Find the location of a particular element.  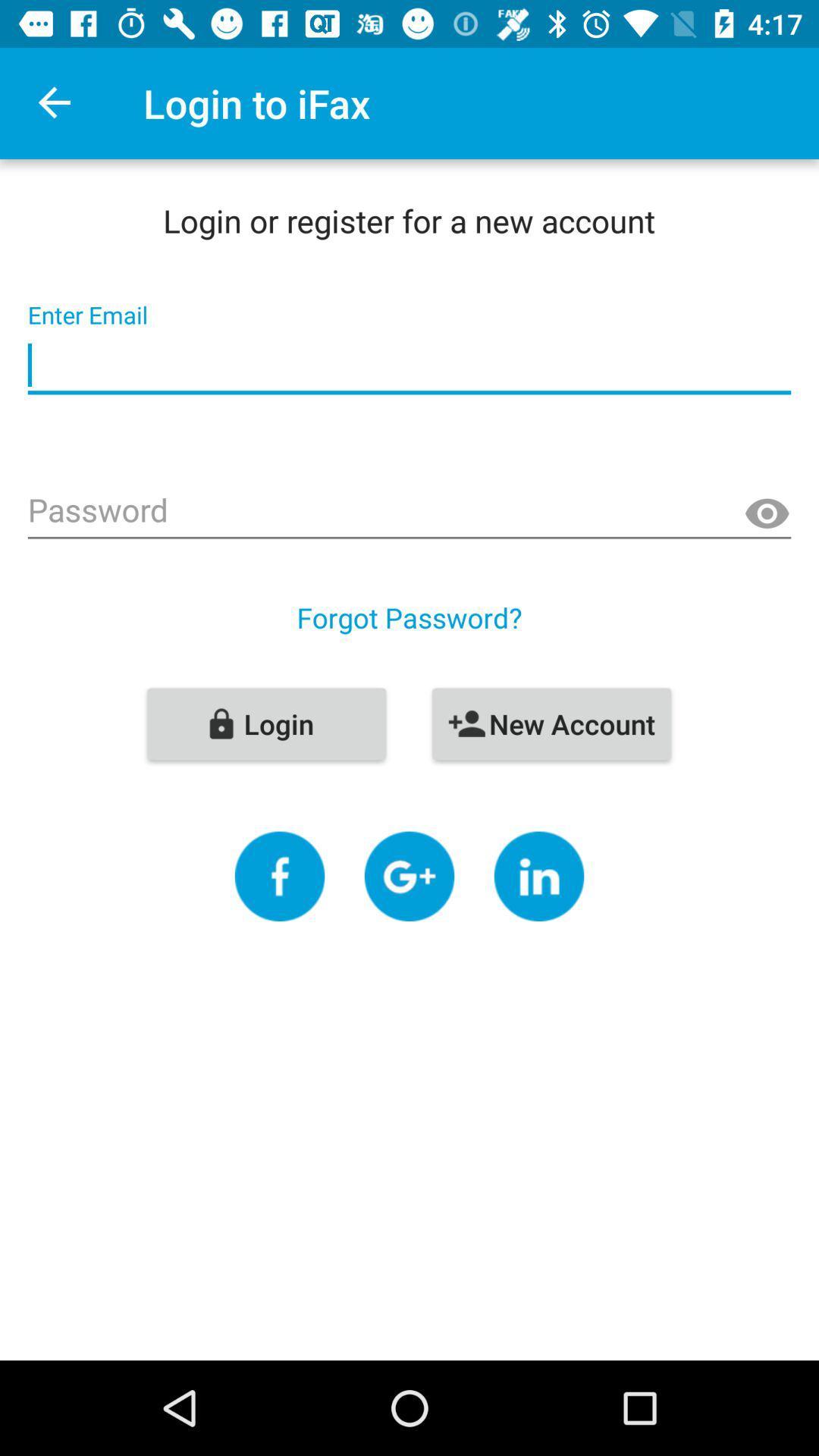

facebook is located at coordinates (280, 876).